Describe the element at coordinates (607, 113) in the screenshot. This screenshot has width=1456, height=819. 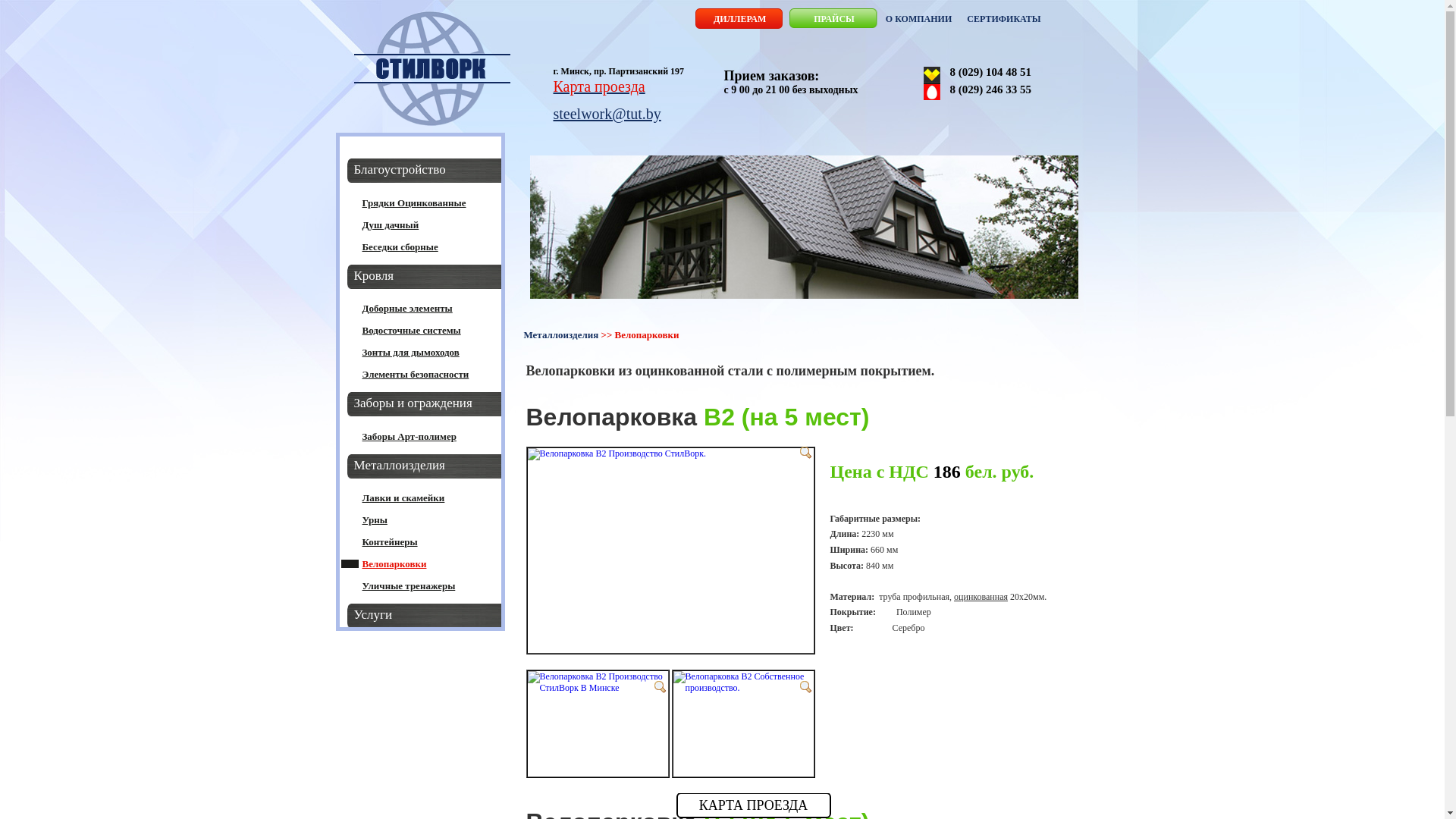
I see `'steelwork@tut.by'` at that location.